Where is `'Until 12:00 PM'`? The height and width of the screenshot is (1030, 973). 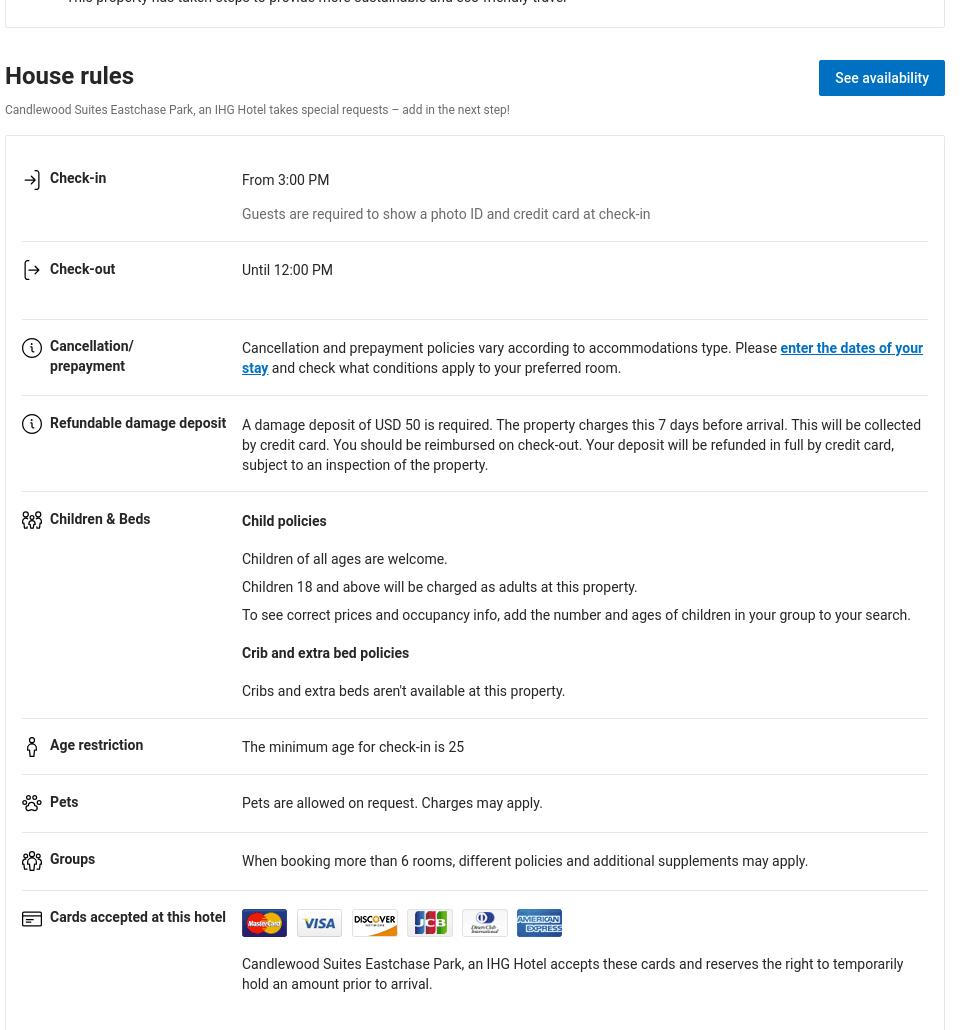
'Until 12:00 PM' is located at coordinates (287, 268).